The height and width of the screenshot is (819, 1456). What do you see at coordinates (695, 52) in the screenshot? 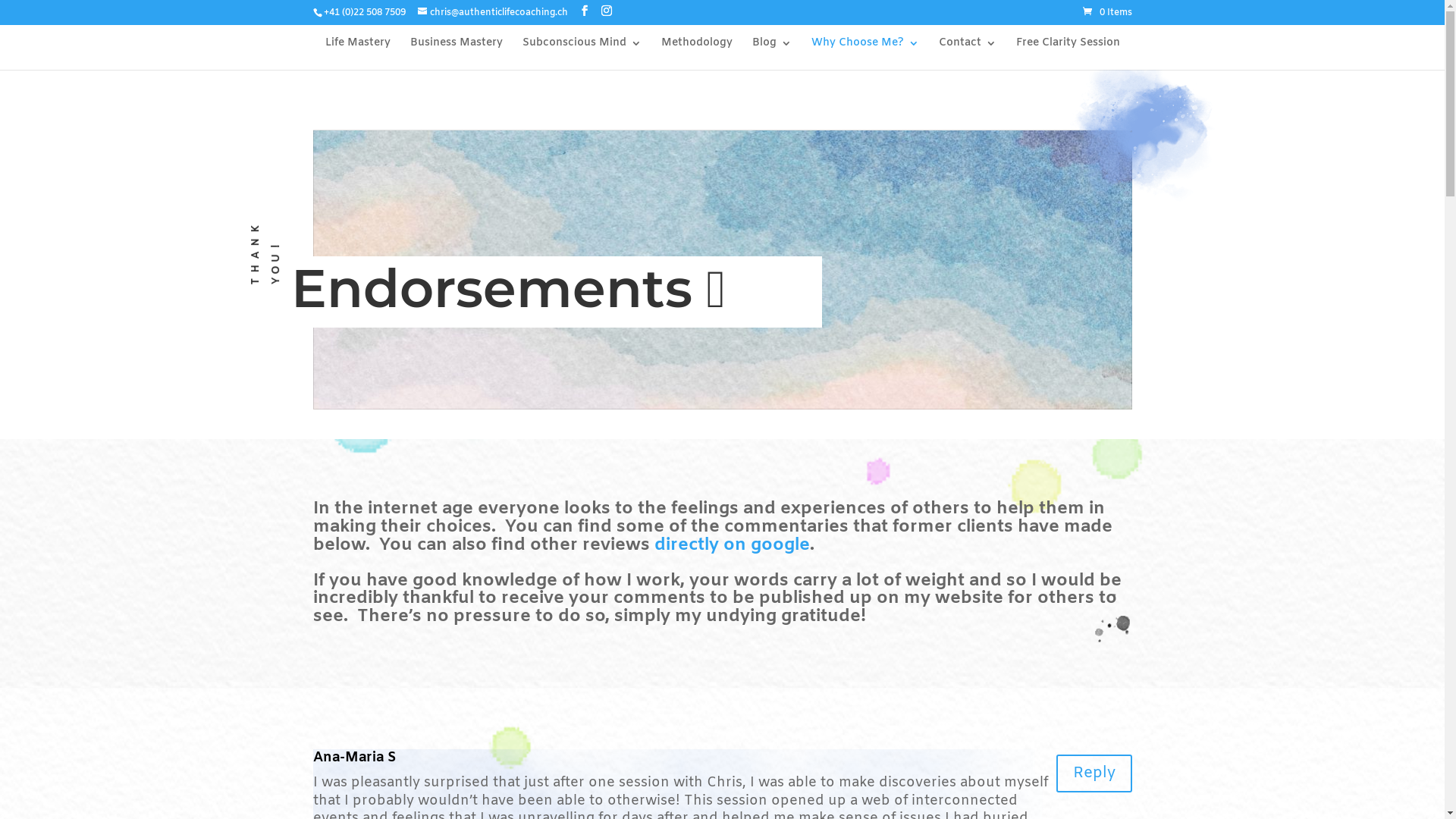
I see `'Methodology'` at bounding box center [695, 52].